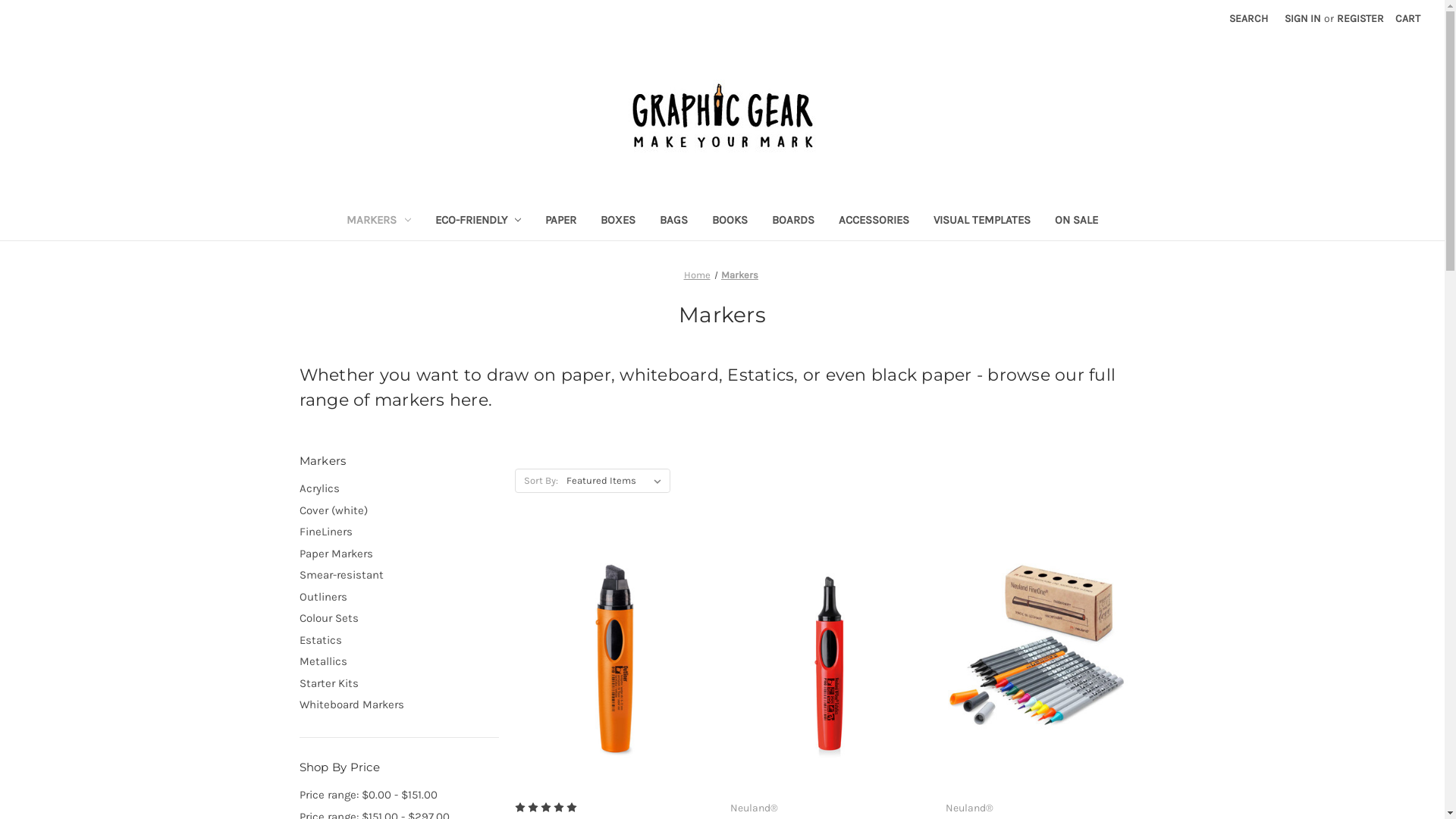 The image size is (1456, 819). What do you see at coordinates (334, 221) in the screenshot?
I see `'MARKERS'` at bounding box center [334, 221].